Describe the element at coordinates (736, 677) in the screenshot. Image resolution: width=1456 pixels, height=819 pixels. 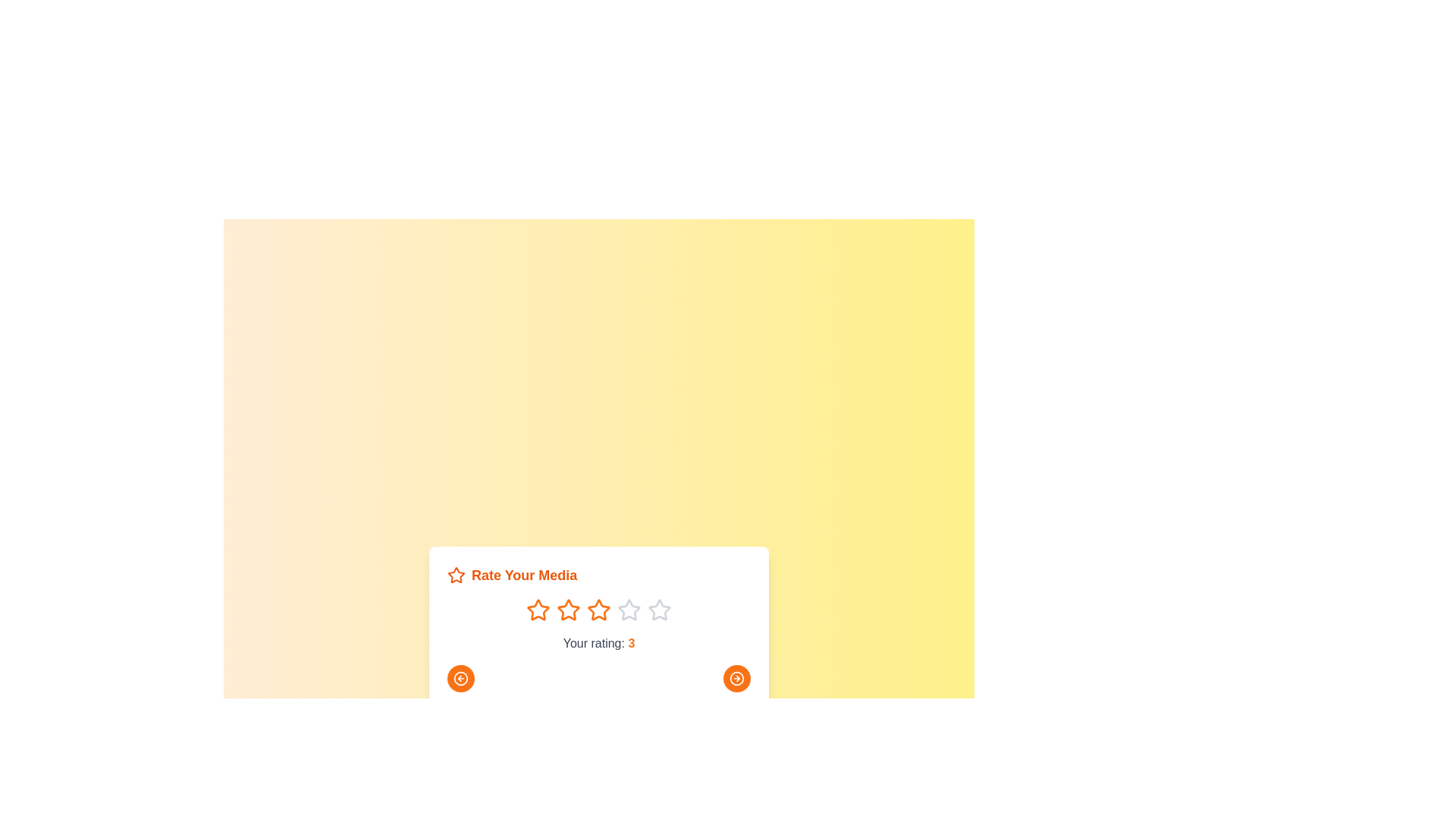
I see `right arrow button to navigate to the next media item` at that location.